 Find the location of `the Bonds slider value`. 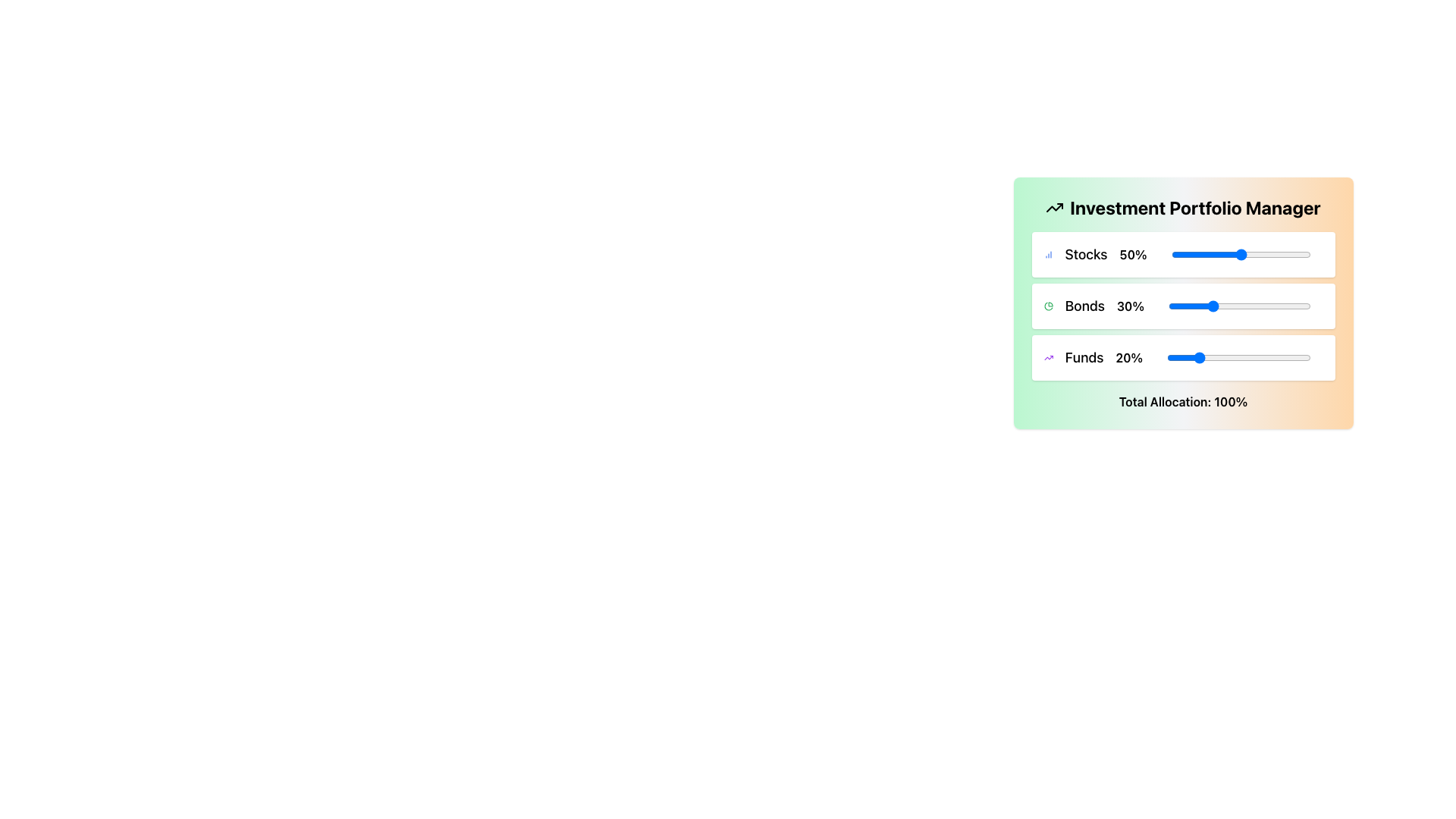

the Bonds slider value is located at coordinates (1262, 306).